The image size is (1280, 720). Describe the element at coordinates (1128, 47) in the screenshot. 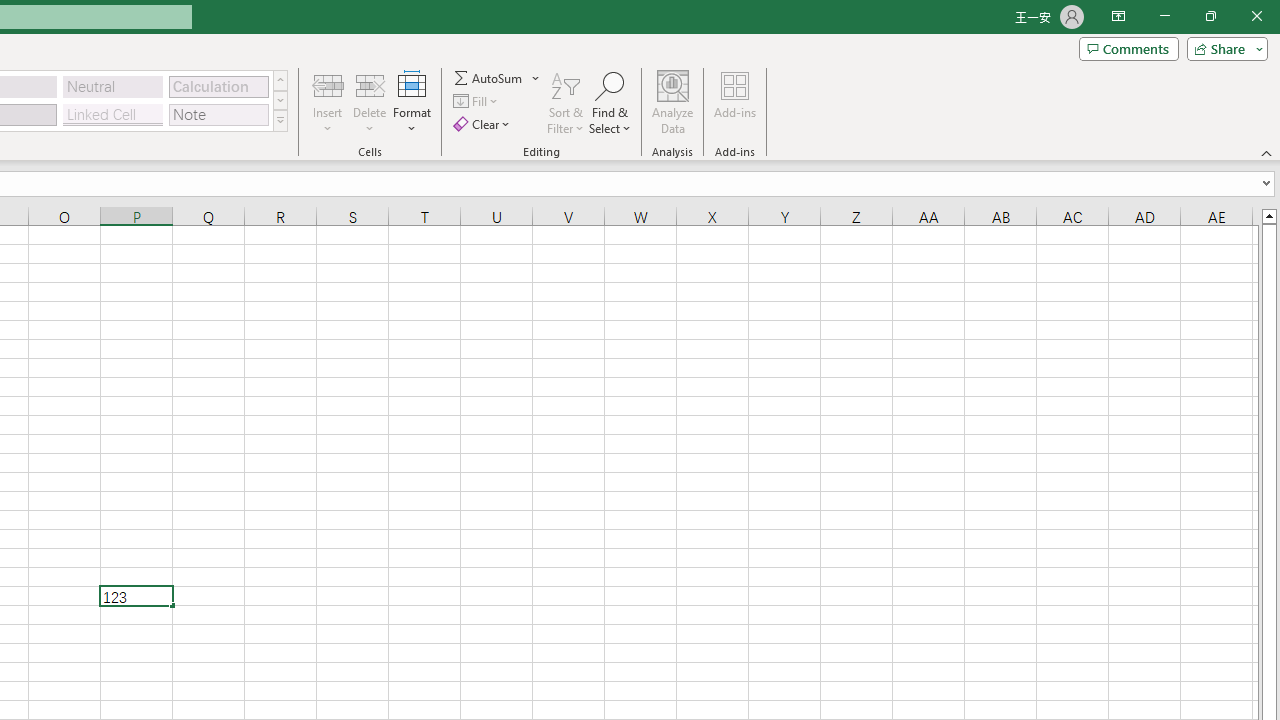

I see `'Comments'` at that location.